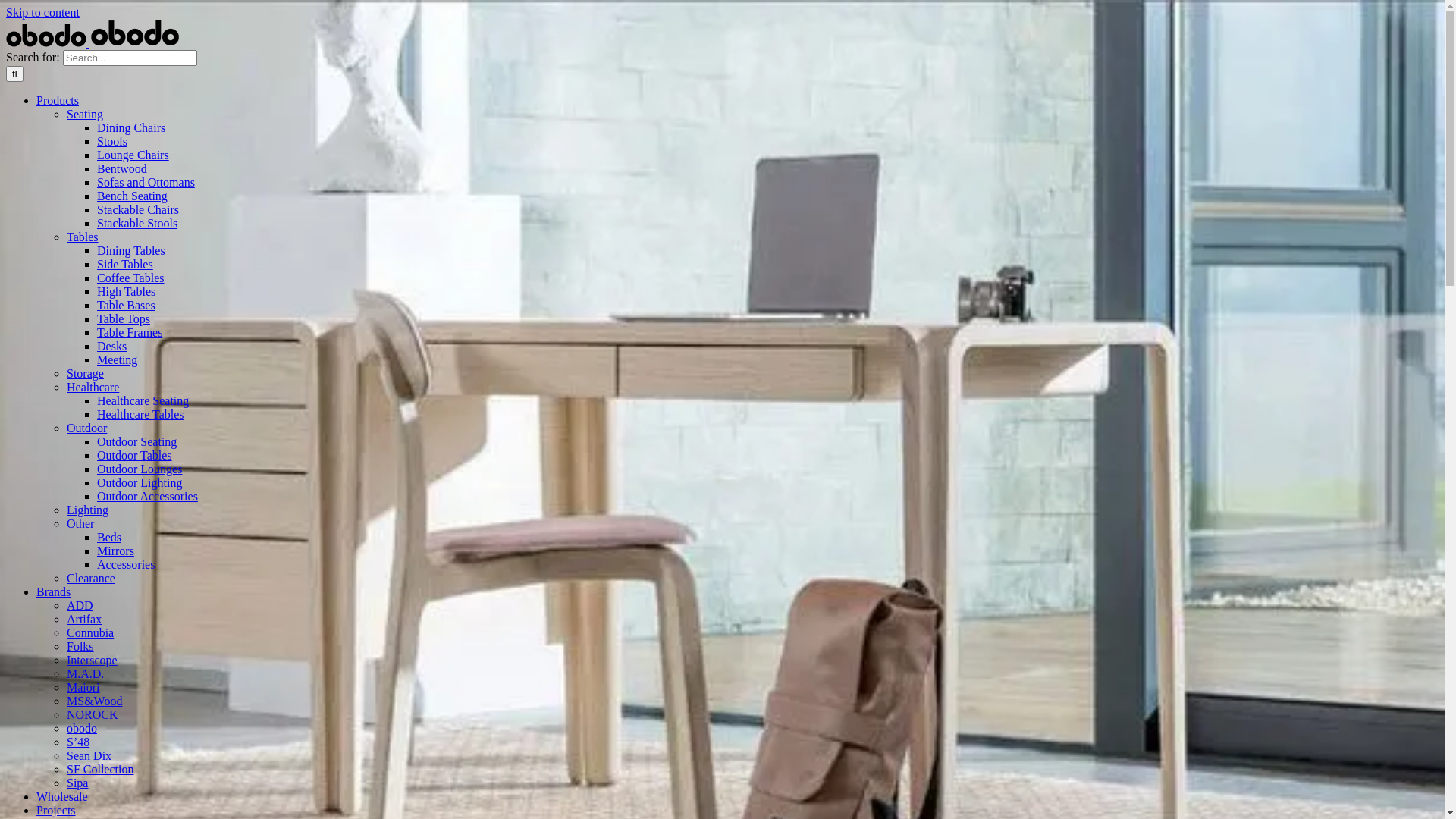 This screenshot has width=1456, height=819. I want to click on 'Wholesale', so click(36, 795).